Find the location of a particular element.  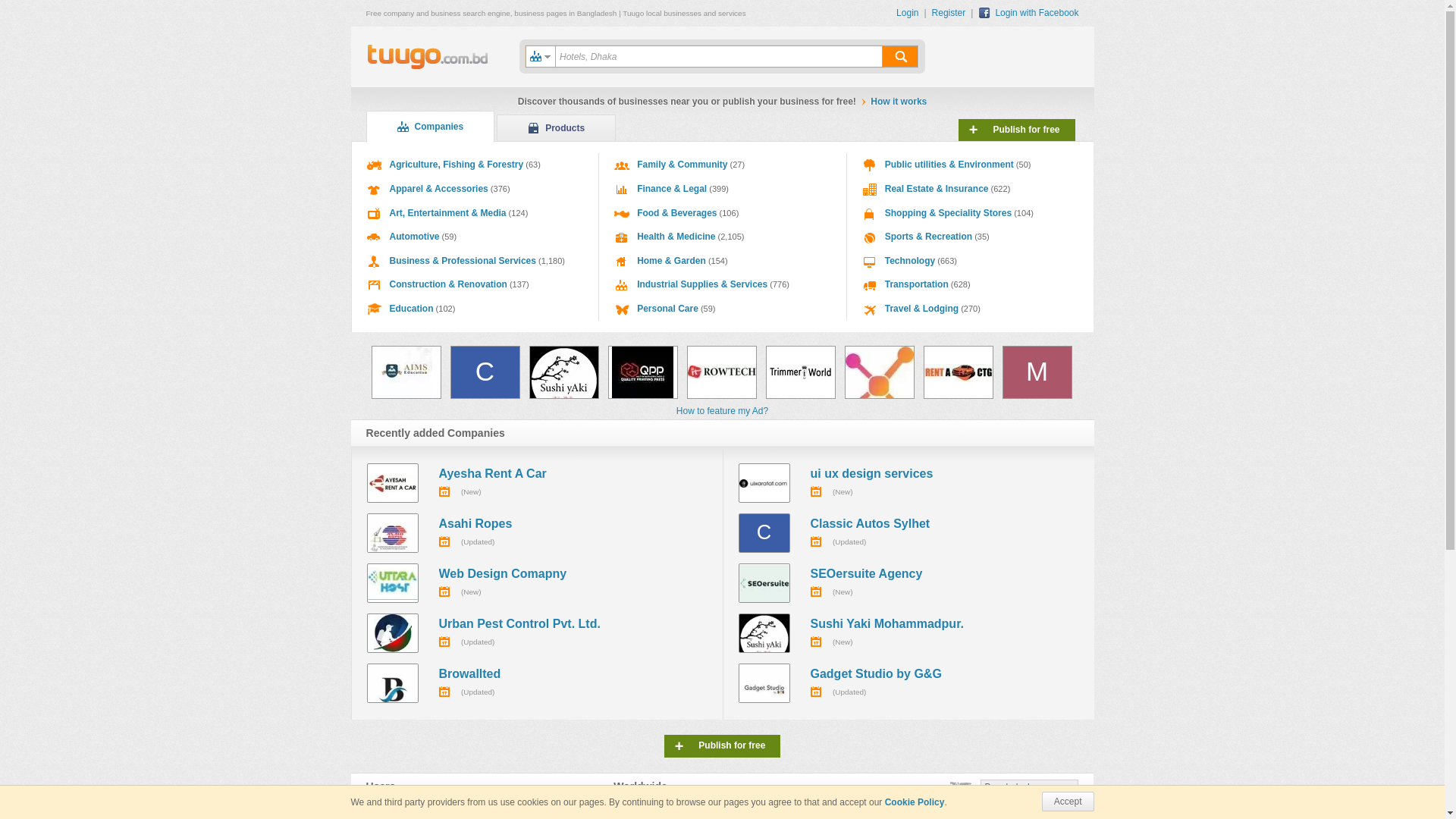

'+Publish for free' is located at coordinates (1016, 129).